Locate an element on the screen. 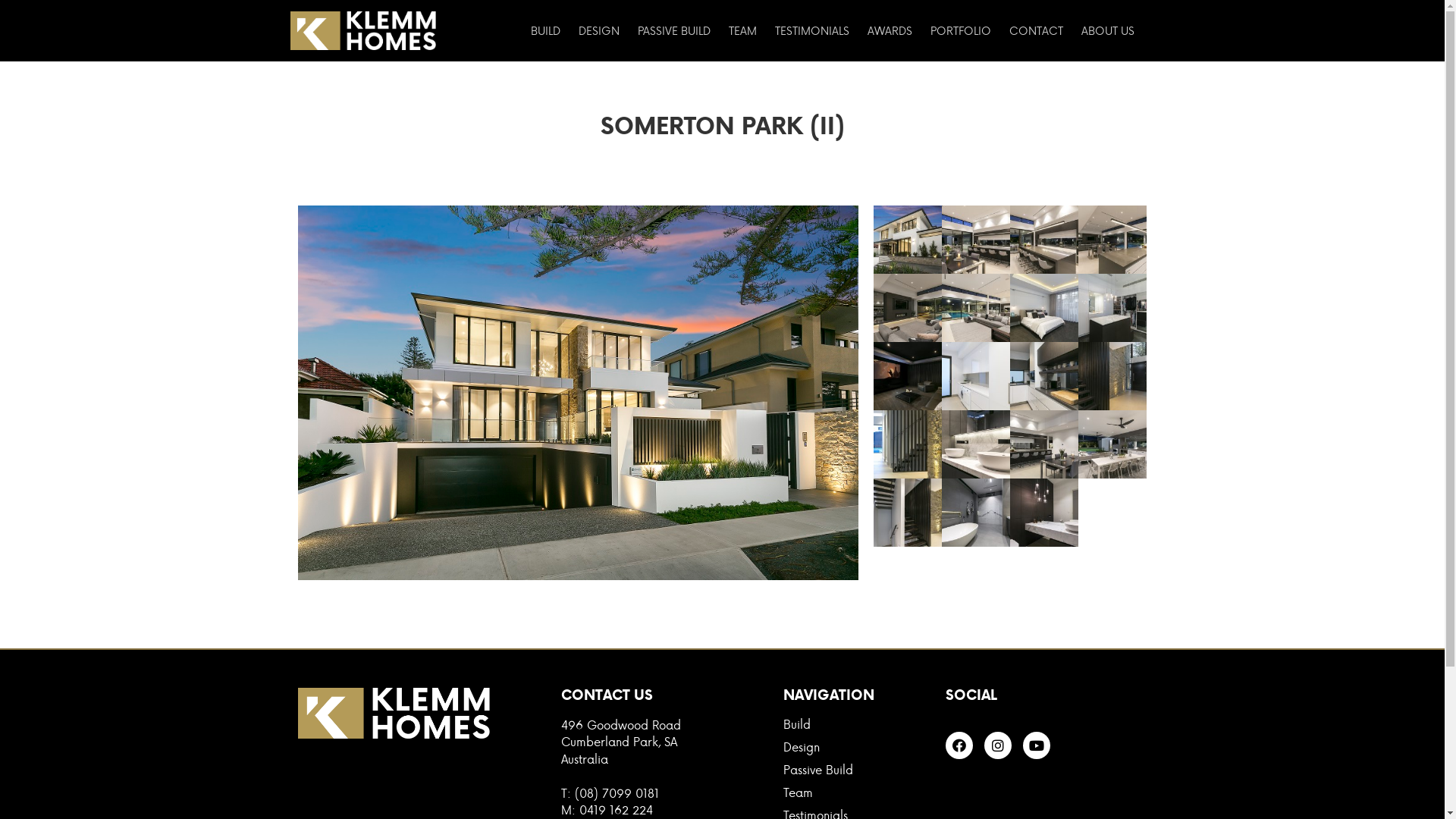 The width and height of the screenshot is (1456, 819). '0419 162 224' is located at coordinates (616, 808).